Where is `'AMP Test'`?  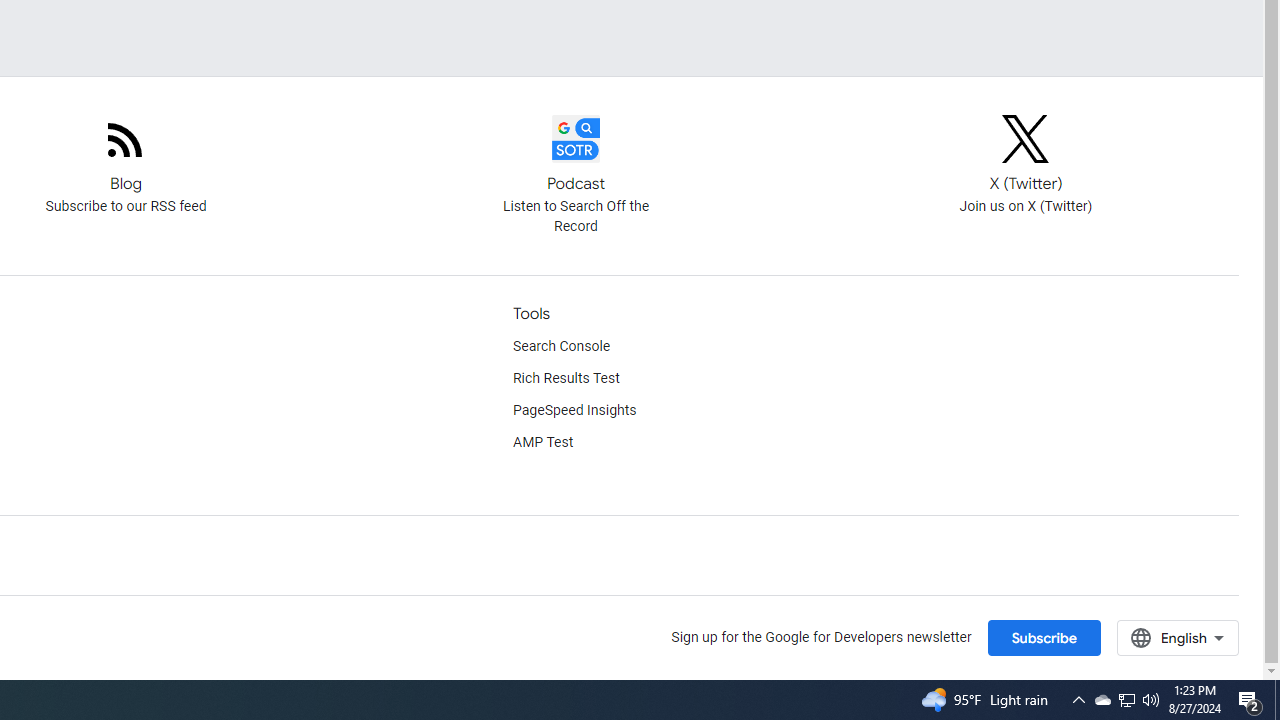 'AMP Test' is located at coordinates (543, 442).